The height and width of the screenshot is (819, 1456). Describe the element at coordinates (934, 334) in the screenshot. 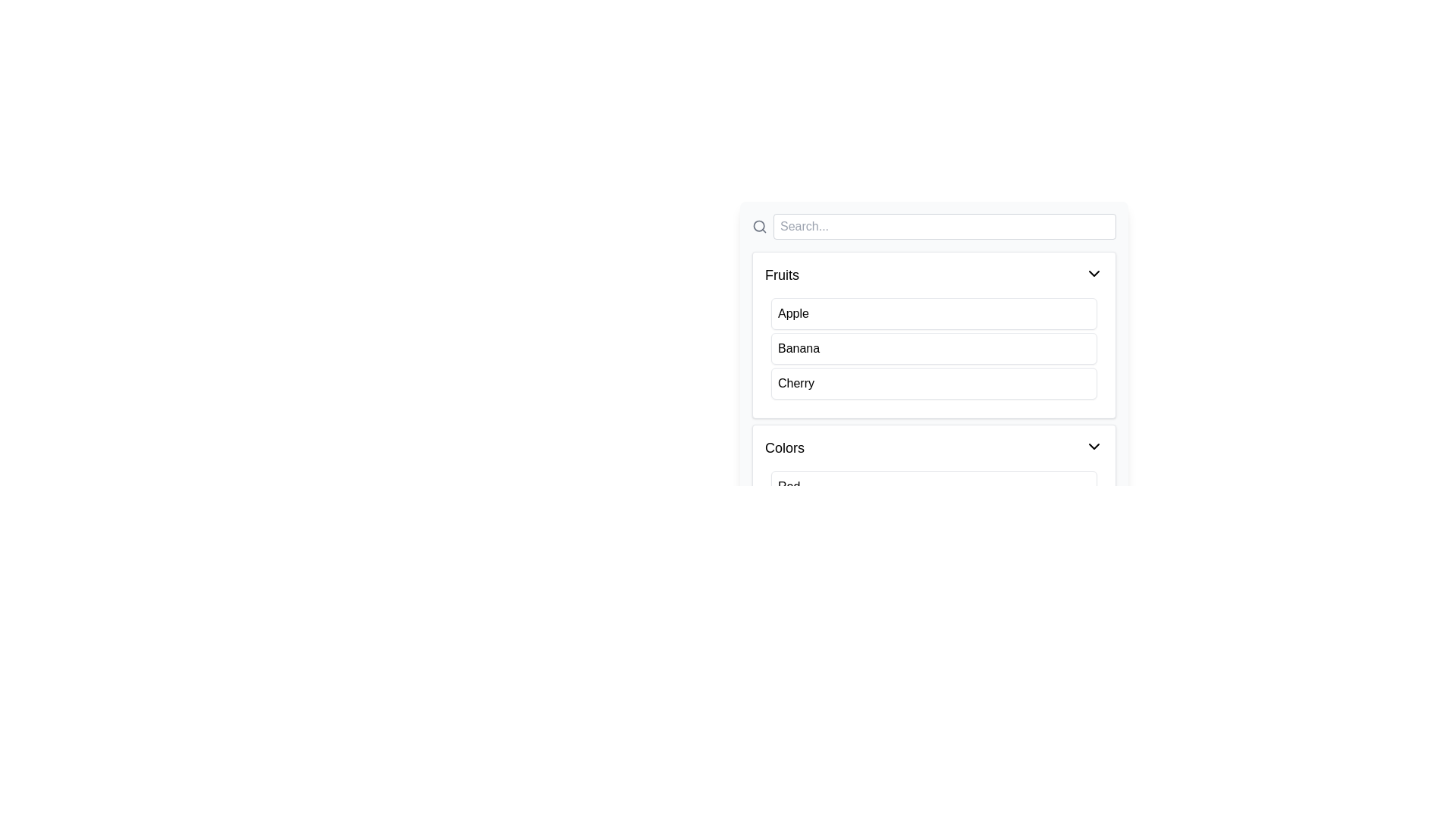

I see `the dropdown-like structure labeled 'Fruits' that contains items 'Apple', 'Banana', and 'Cherry'` at that location.